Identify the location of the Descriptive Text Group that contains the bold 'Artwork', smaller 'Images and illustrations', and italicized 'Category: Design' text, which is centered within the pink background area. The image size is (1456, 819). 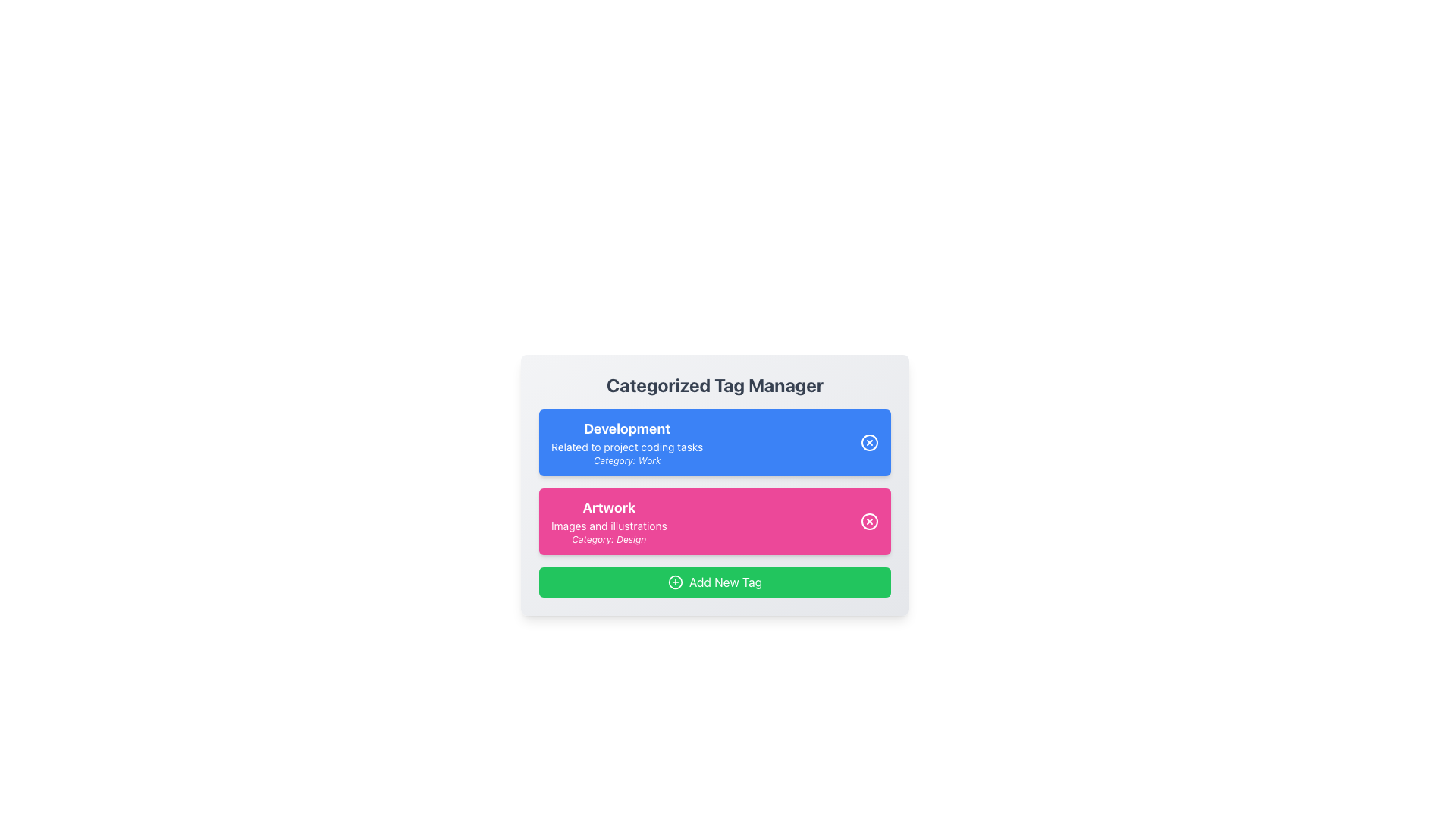
(609, 520).